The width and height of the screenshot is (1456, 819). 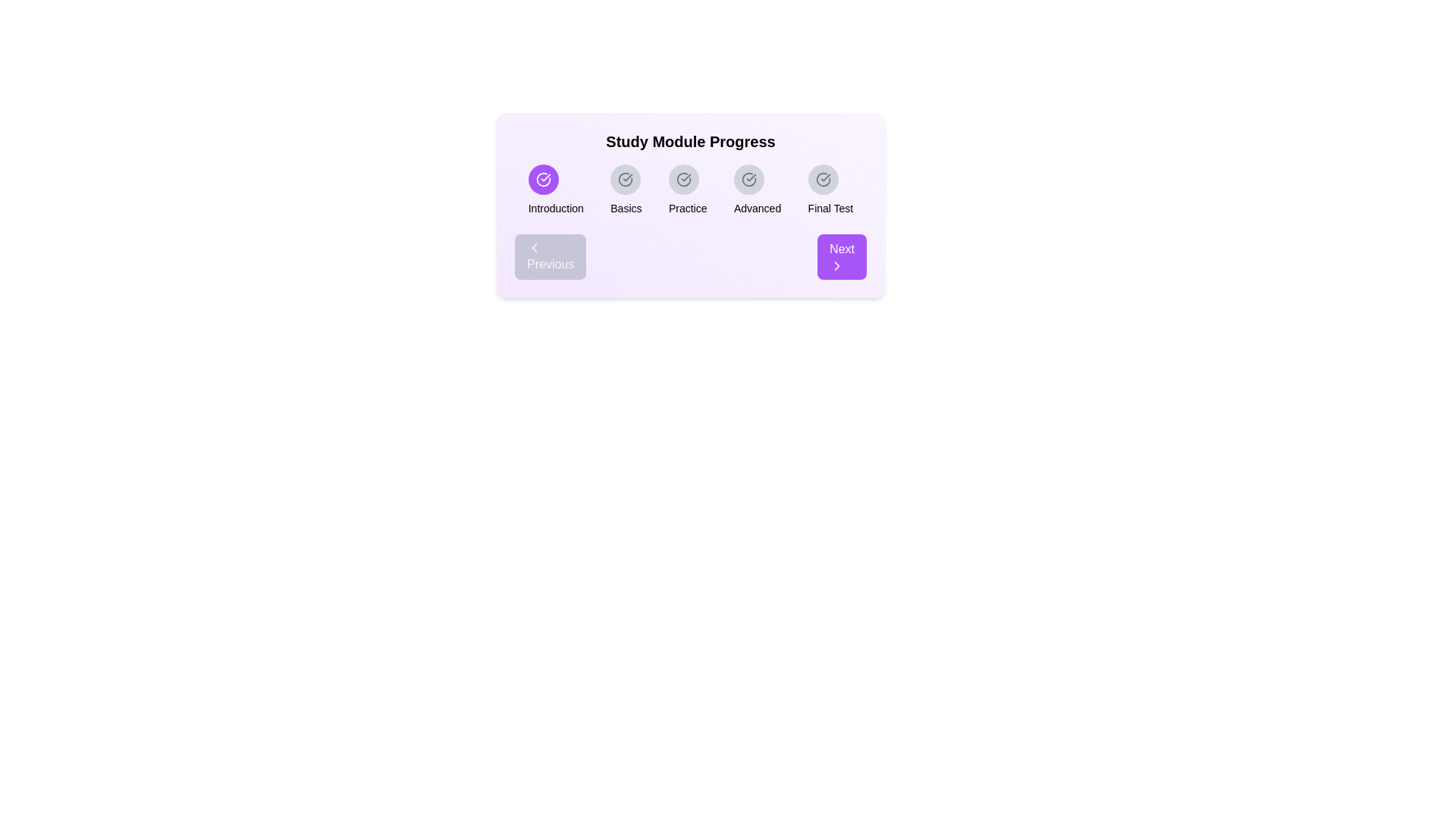 What do you see at coordinates (757, 189) in the screenshot?
I see `the 'Advanced' module icon` at bounding box center [757, 189].